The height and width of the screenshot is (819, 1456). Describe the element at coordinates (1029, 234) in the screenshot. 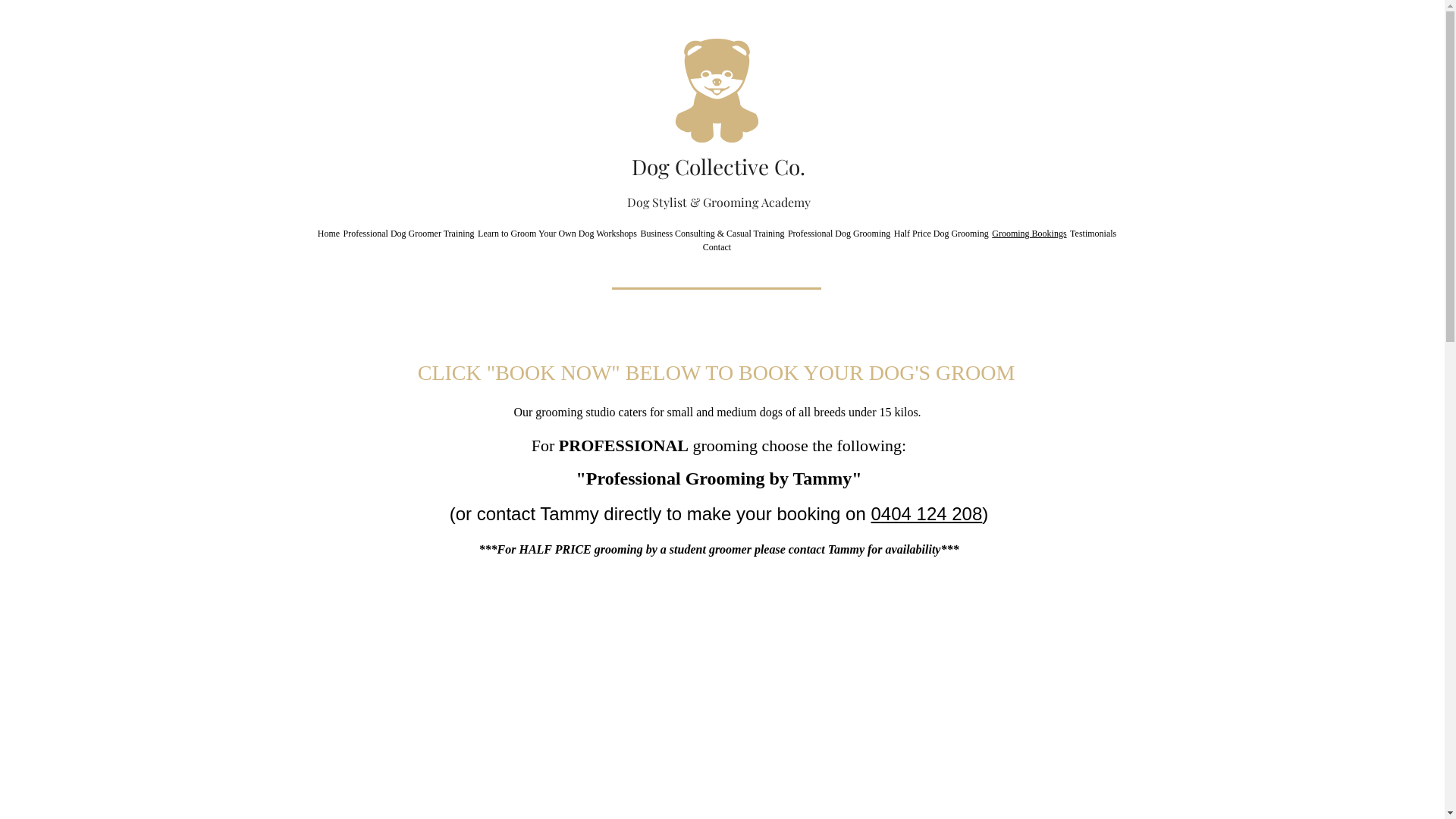

I see `'Grooming Bookings'` at that location.